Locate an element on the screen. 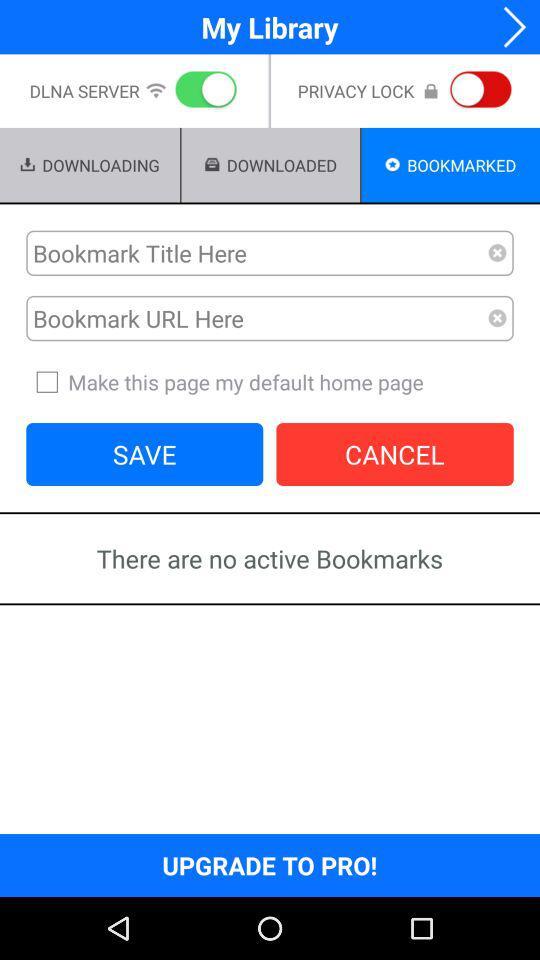  cancel is located at coordinates (395, 454).